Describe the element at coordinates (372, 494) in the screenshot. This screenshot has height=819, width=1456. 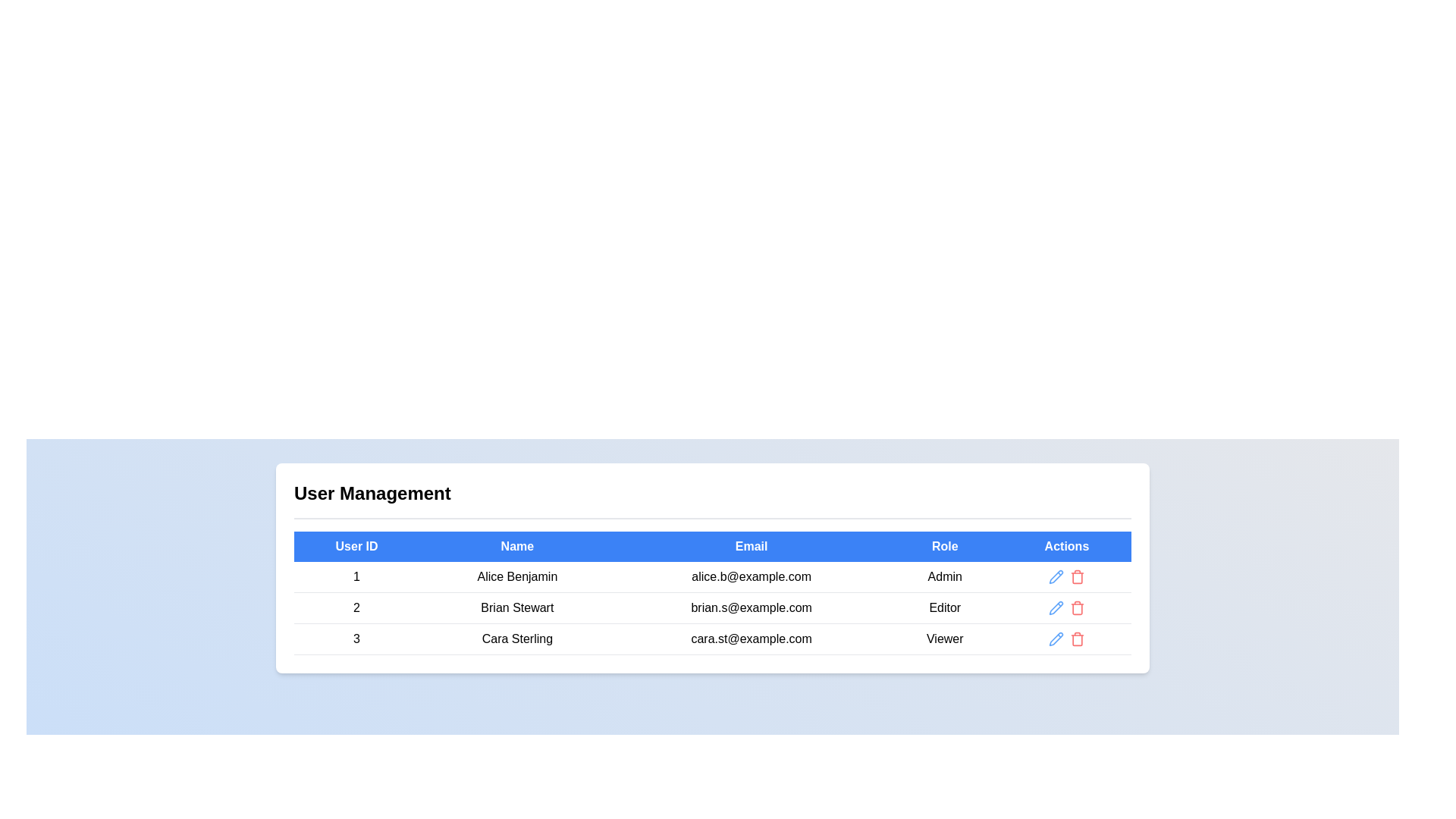
I see `the 'User Management' text header, which is a prominent title in large, bold black font located at the top left of the section` at that location.